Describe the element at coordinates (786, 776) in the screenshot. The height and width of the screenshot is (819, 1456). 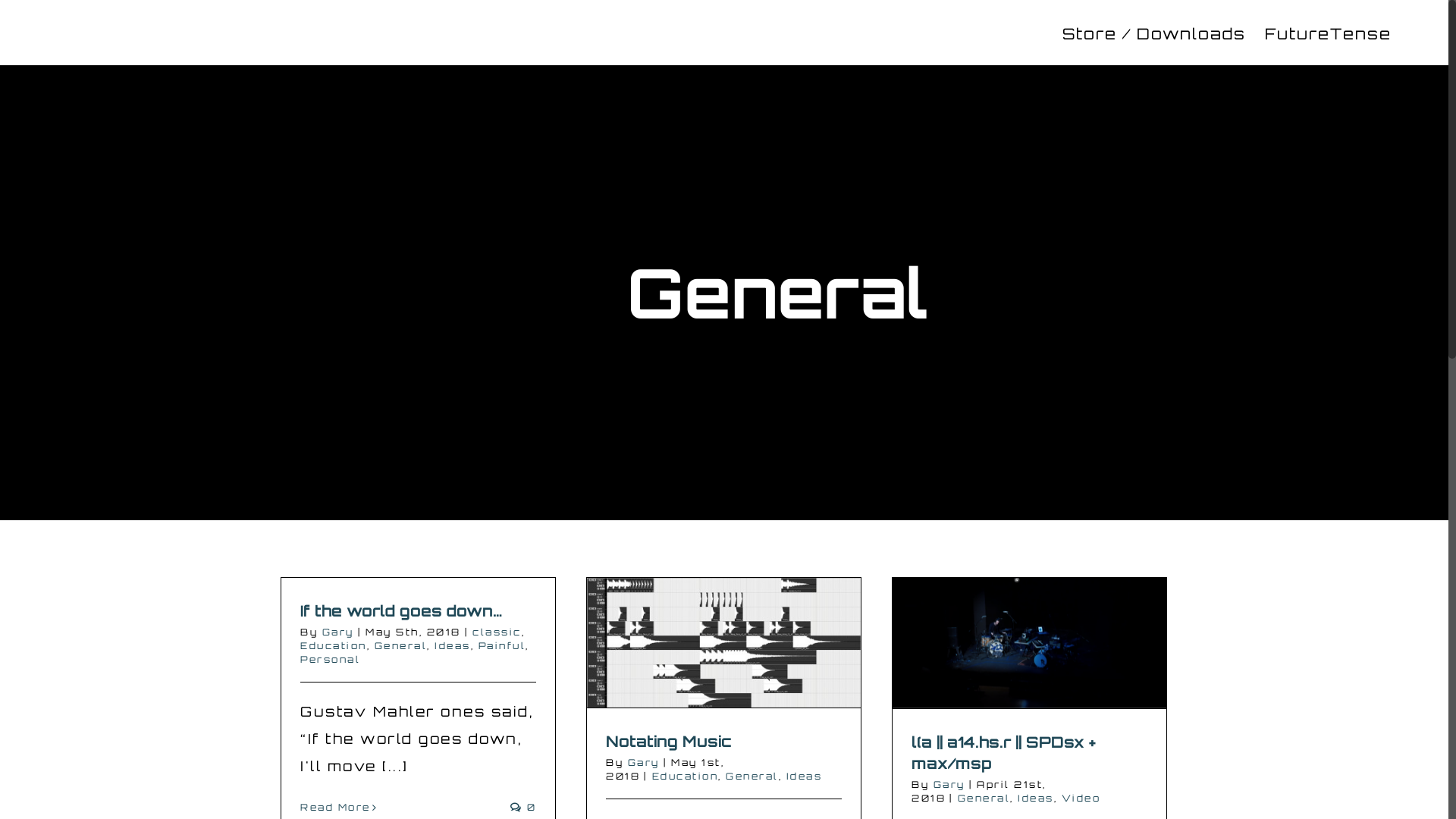
I see `'Ideas'` at that location.